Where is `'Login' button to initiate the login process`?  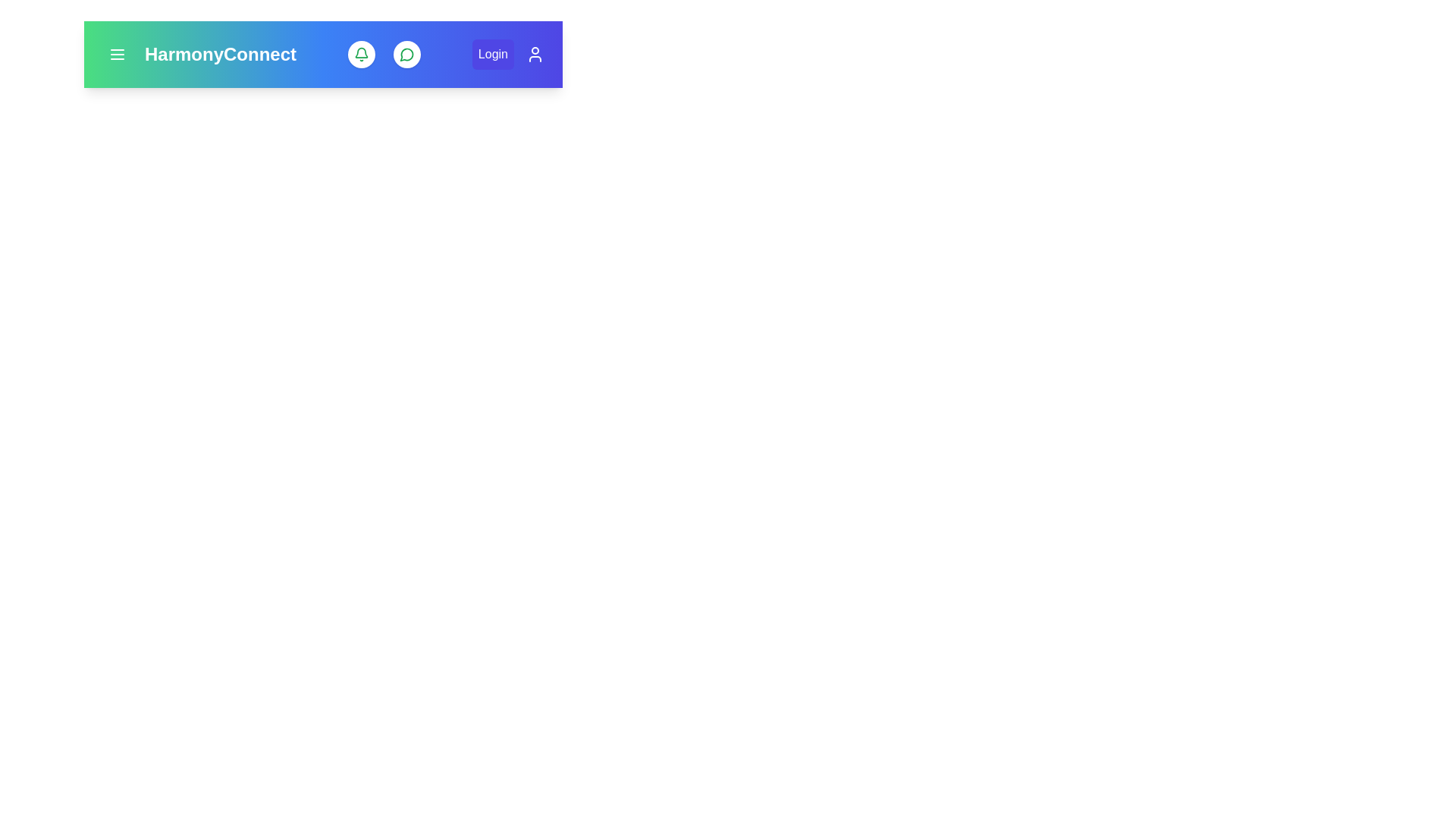
'Login' button to initiate the login process is located at coordinates (492, 54).